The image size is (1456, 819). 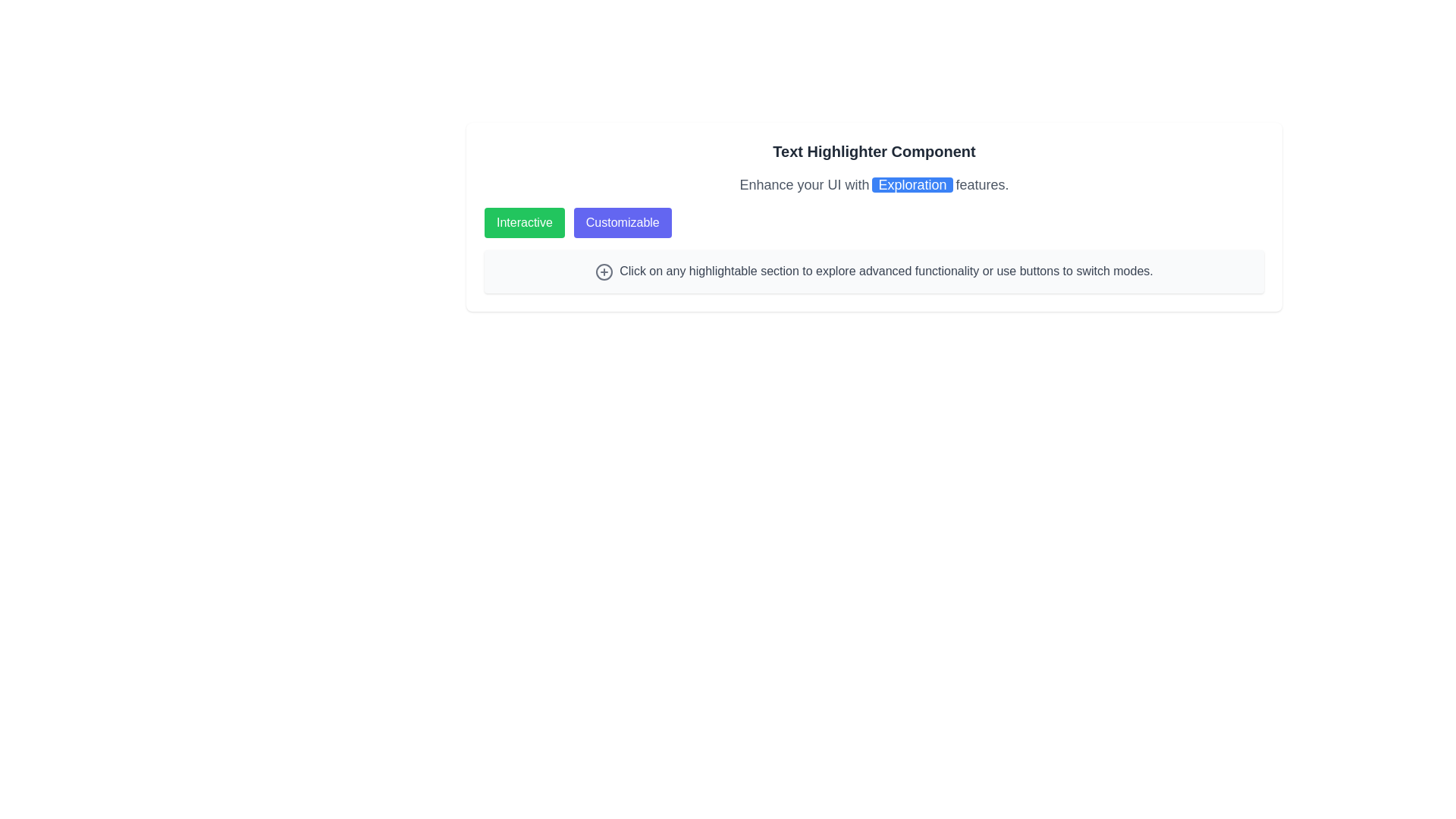 What do you see at coordinates (524, 222) in the screenshot?
I see `the green rectangular button labeled 'Interactive'` at bounding box center [524, 222].